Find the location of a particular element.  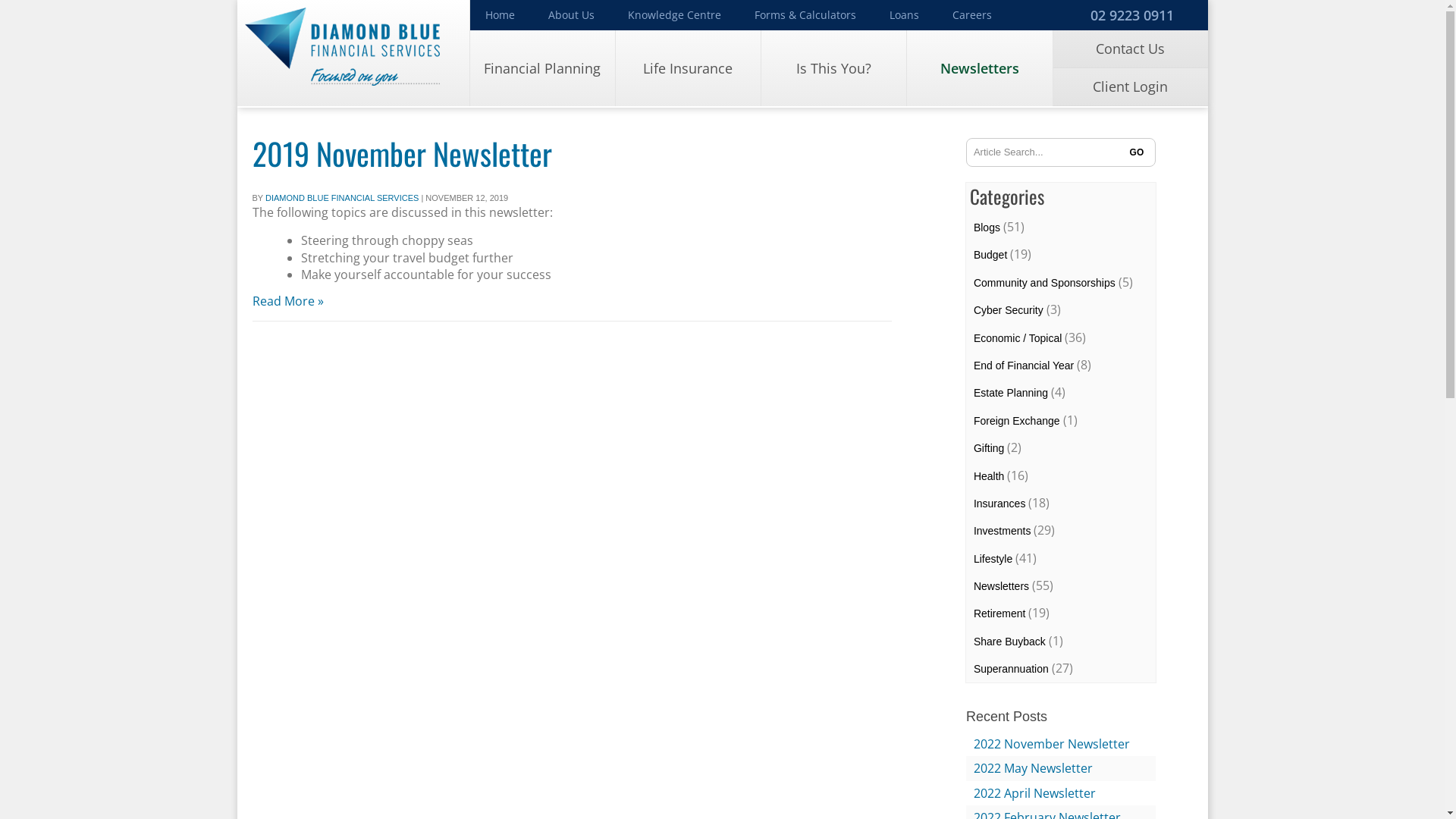

'2022 May Newsletter' is located at coordinates (1032, 768).